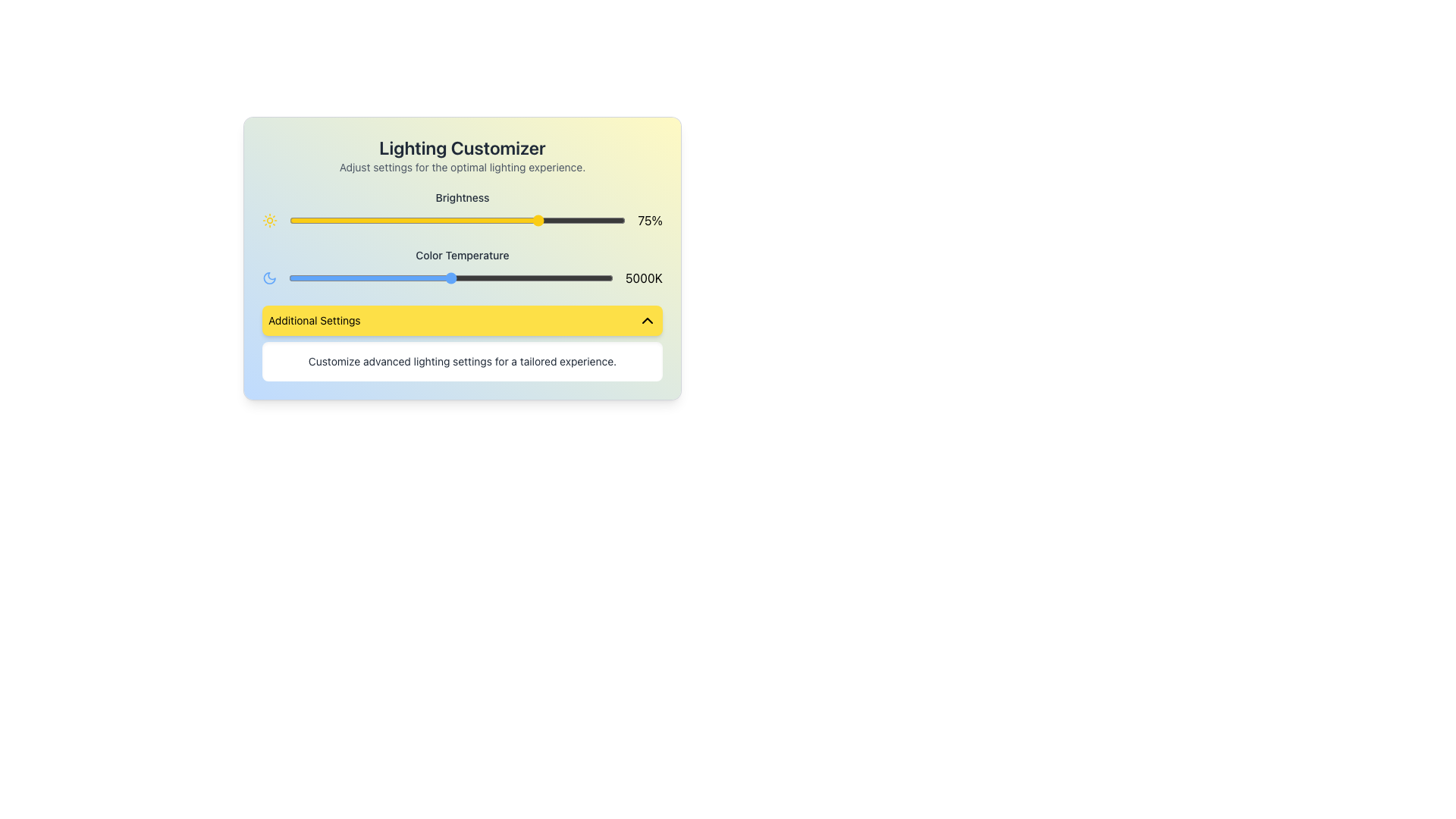 Image resolution: width=1456 pixels, height=819 pixels. What do you see at coordinates (508, 220) in the screenshot?
I see `the brightness level` at bounding box center [508, 220].